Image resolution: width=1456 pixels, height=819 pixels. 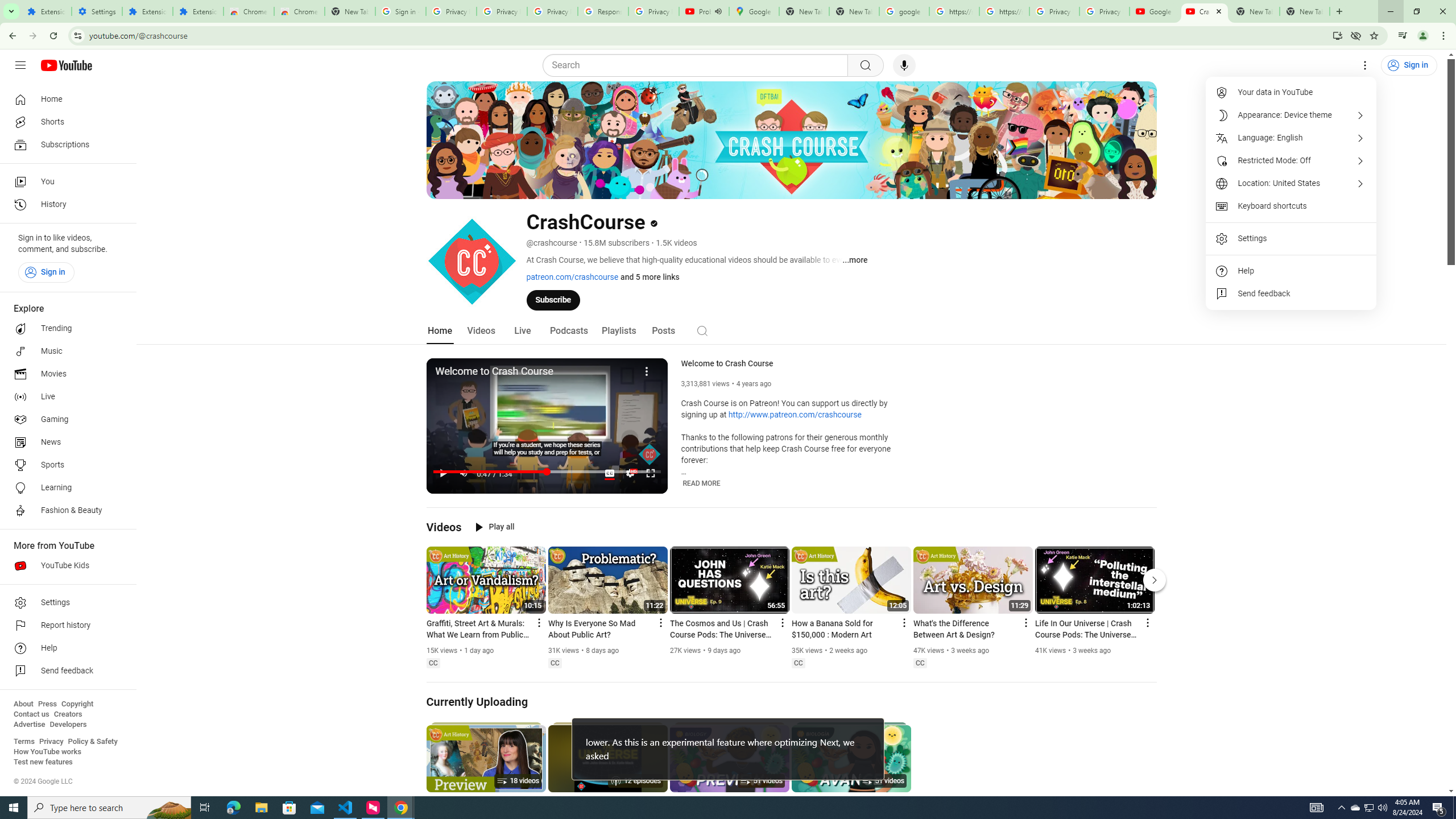 What do you see at coordinates (477, 701) in the screenshot?
I see `'Currently Uploading'` at bounding box center [477, 701].